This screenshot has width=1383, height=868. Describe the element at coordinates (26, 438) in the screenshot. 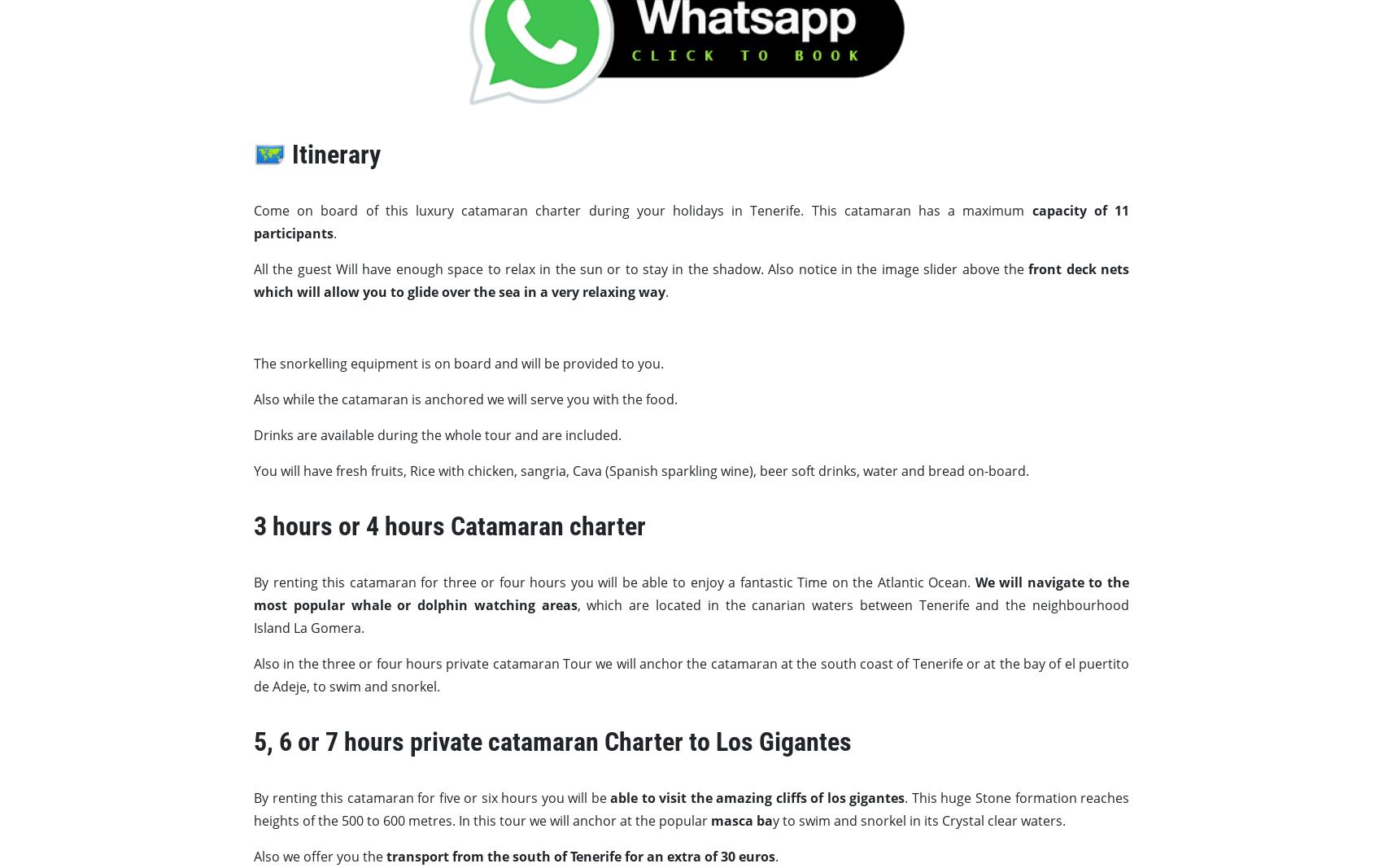

I see `'From'` at that location.